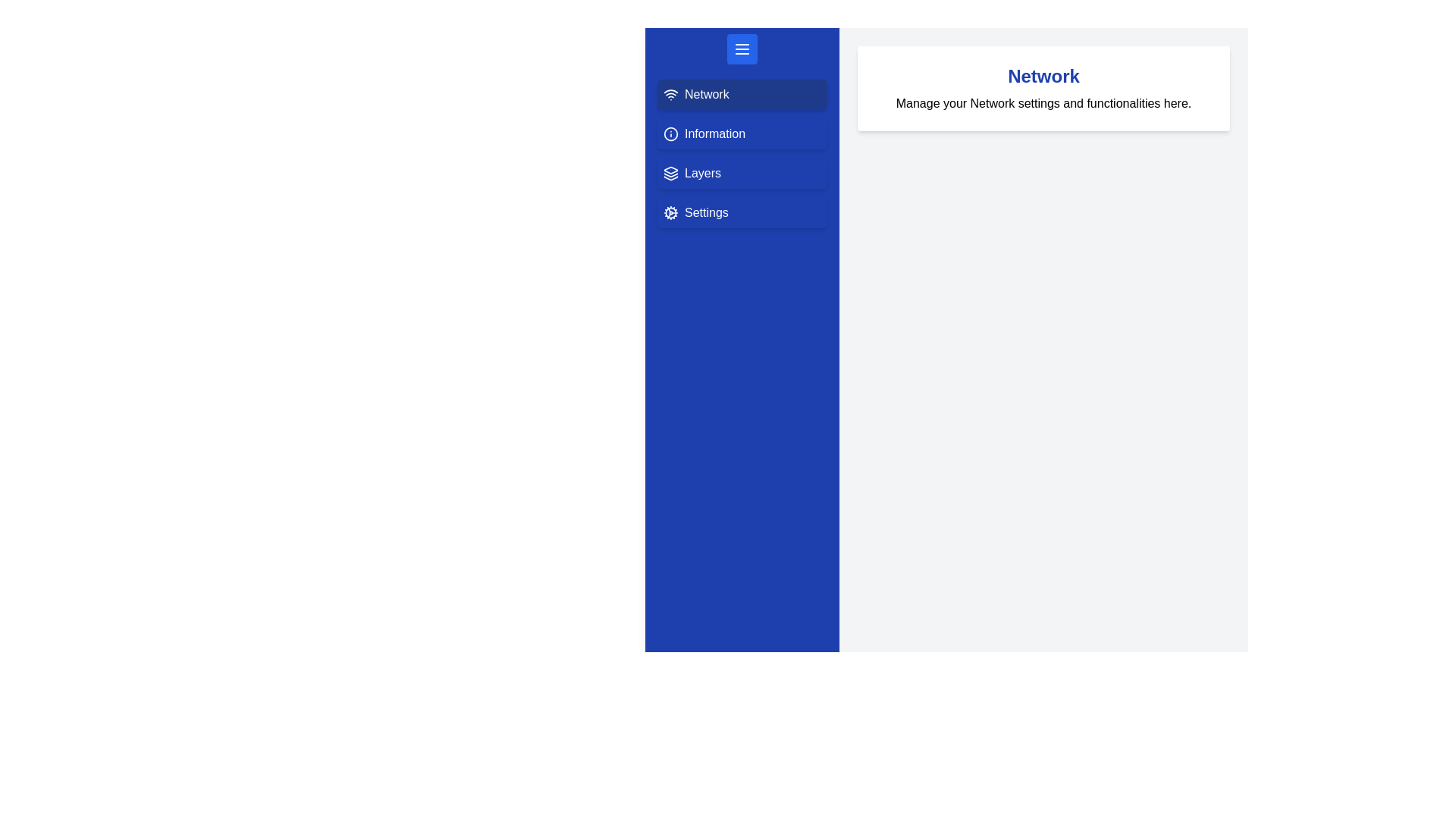 The width and height of the screenshot is (1456, 819). What do you see at coordinates (742, 172) in the screenshot?
I see `the drawer option labeled 'Layers' to observe the hover effect` at bounding box center [742, 172].